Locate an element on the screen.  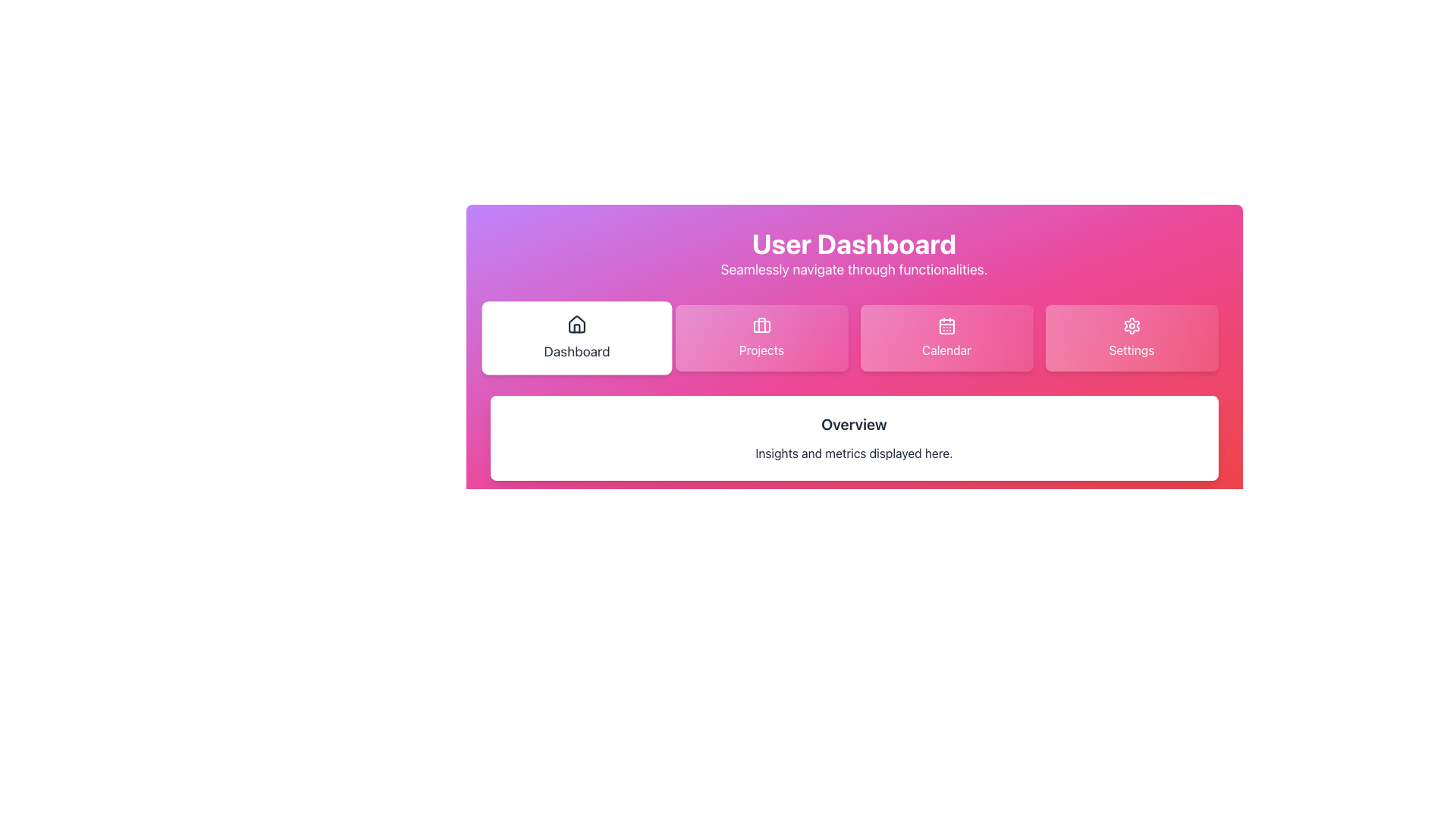
the static text element that states 'Insights and metrics displayed here', which is centrally aligned beneath the 'Overview' heading in the dashboard interface is located at coordinates (854, 452).